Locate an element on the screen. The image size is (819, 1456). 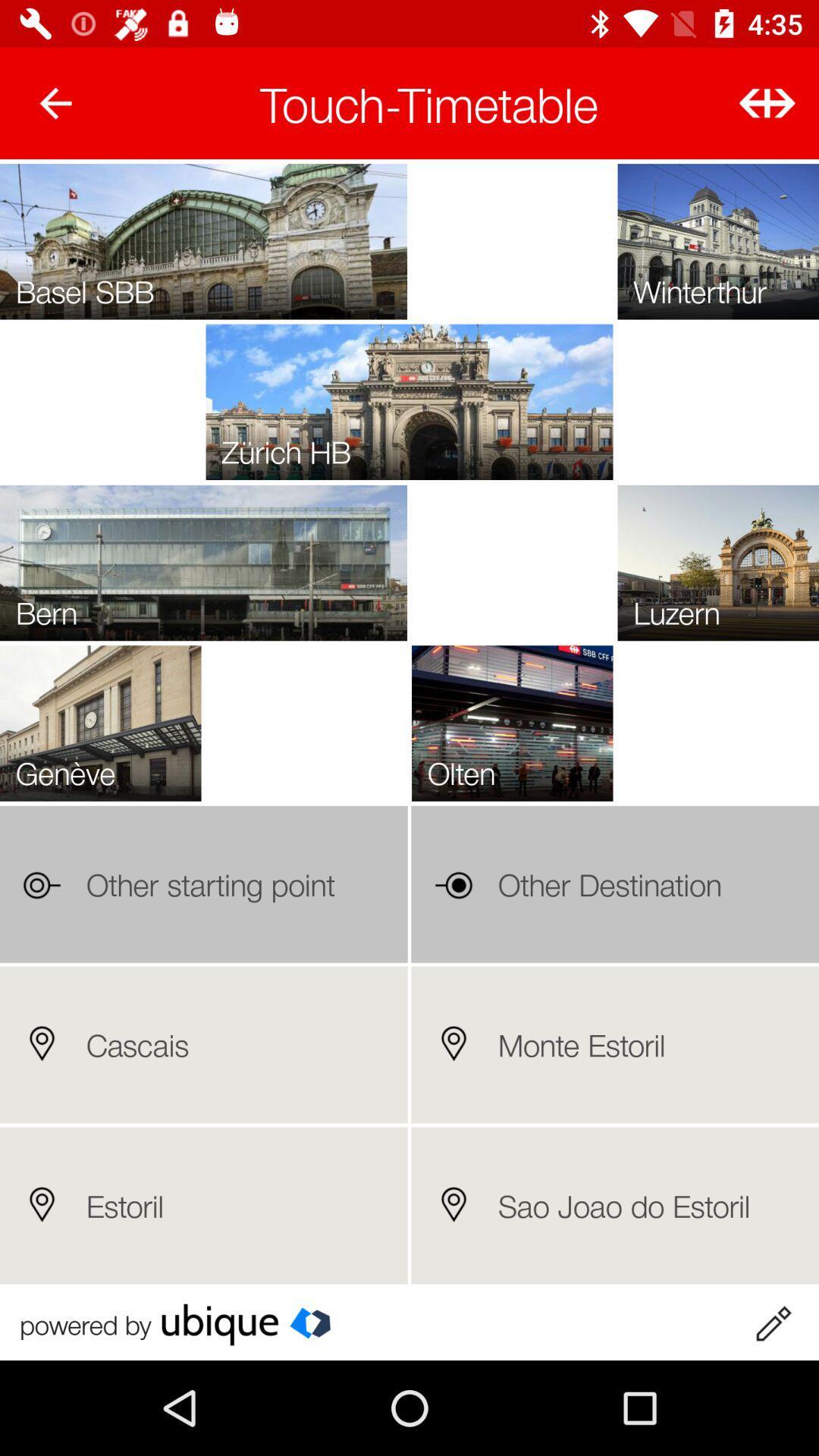
written is located at coordinates (773, 1323).